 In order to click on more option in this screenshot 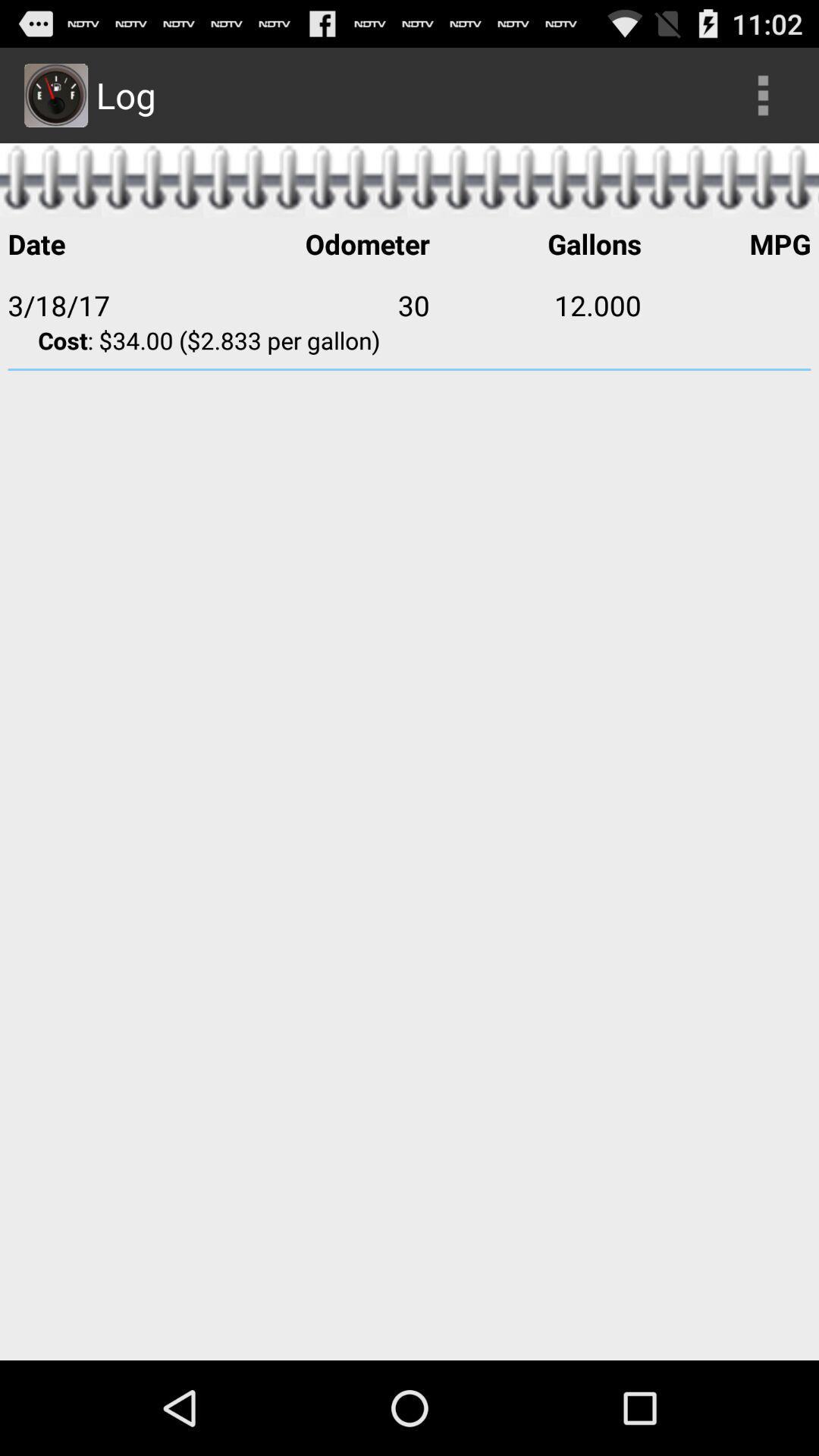, I will do `click(763, 94)`.